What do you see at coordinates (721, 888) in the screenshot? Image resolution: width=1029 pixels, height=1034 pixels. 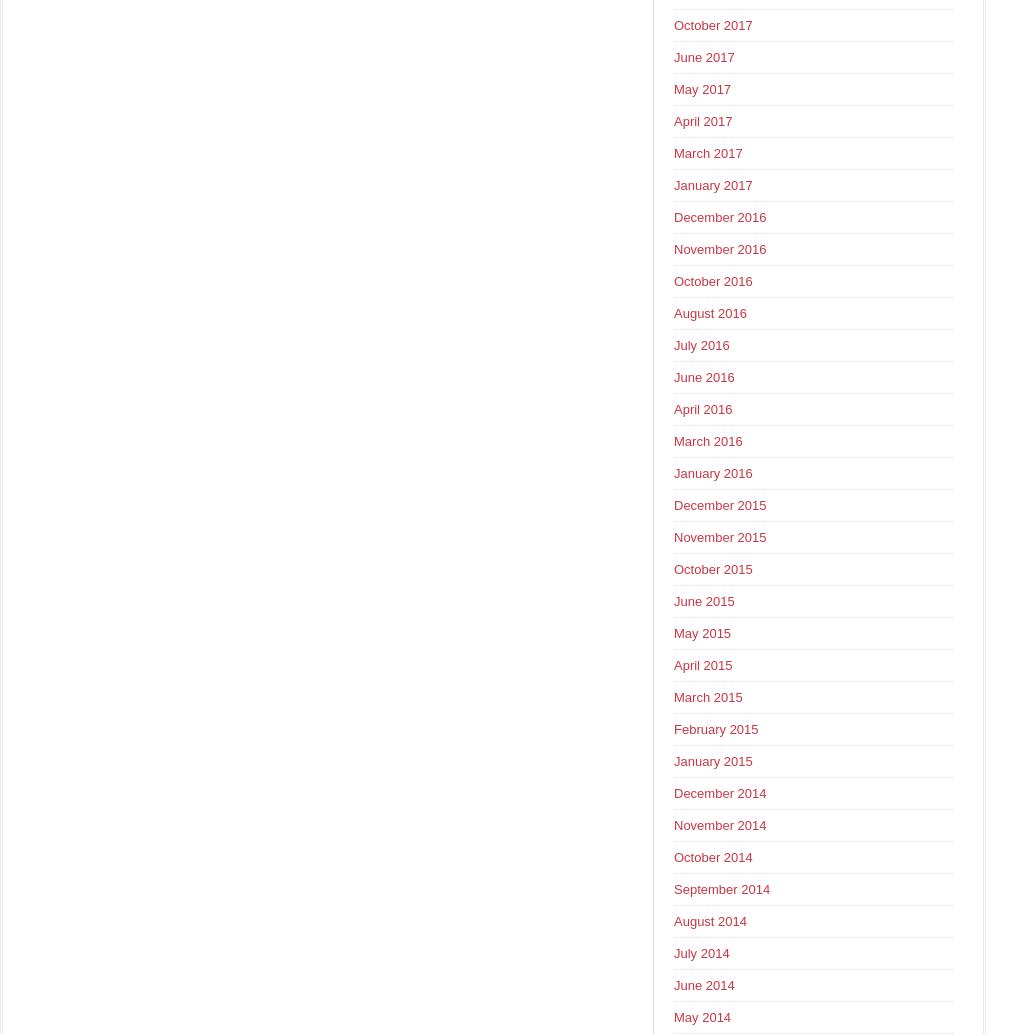 I see `'September 2014'` at bounding box center [721, 888].